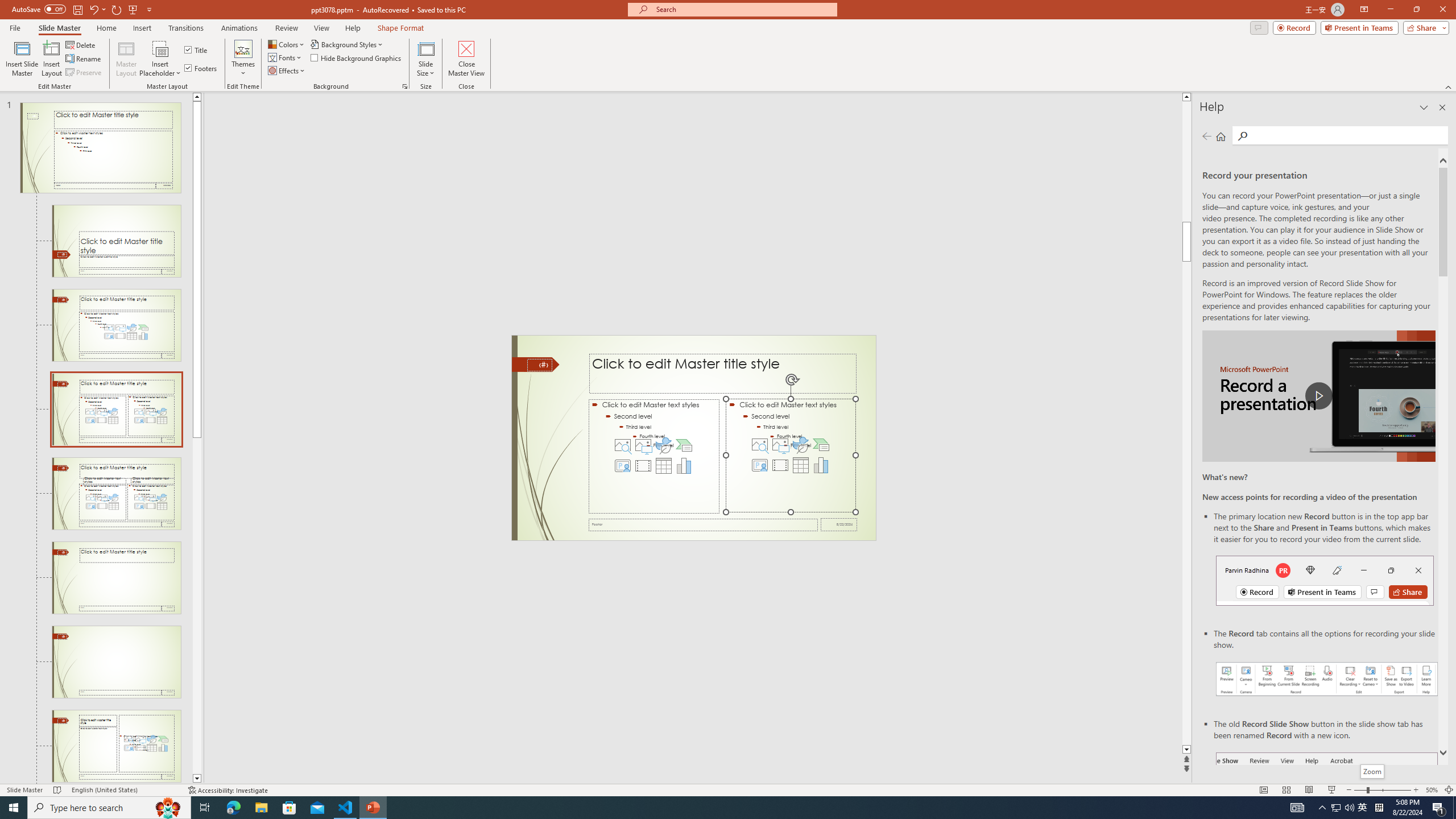 The image size is (1456, 819). I want to click on 'Insert Slide Master', so click(21, 59).